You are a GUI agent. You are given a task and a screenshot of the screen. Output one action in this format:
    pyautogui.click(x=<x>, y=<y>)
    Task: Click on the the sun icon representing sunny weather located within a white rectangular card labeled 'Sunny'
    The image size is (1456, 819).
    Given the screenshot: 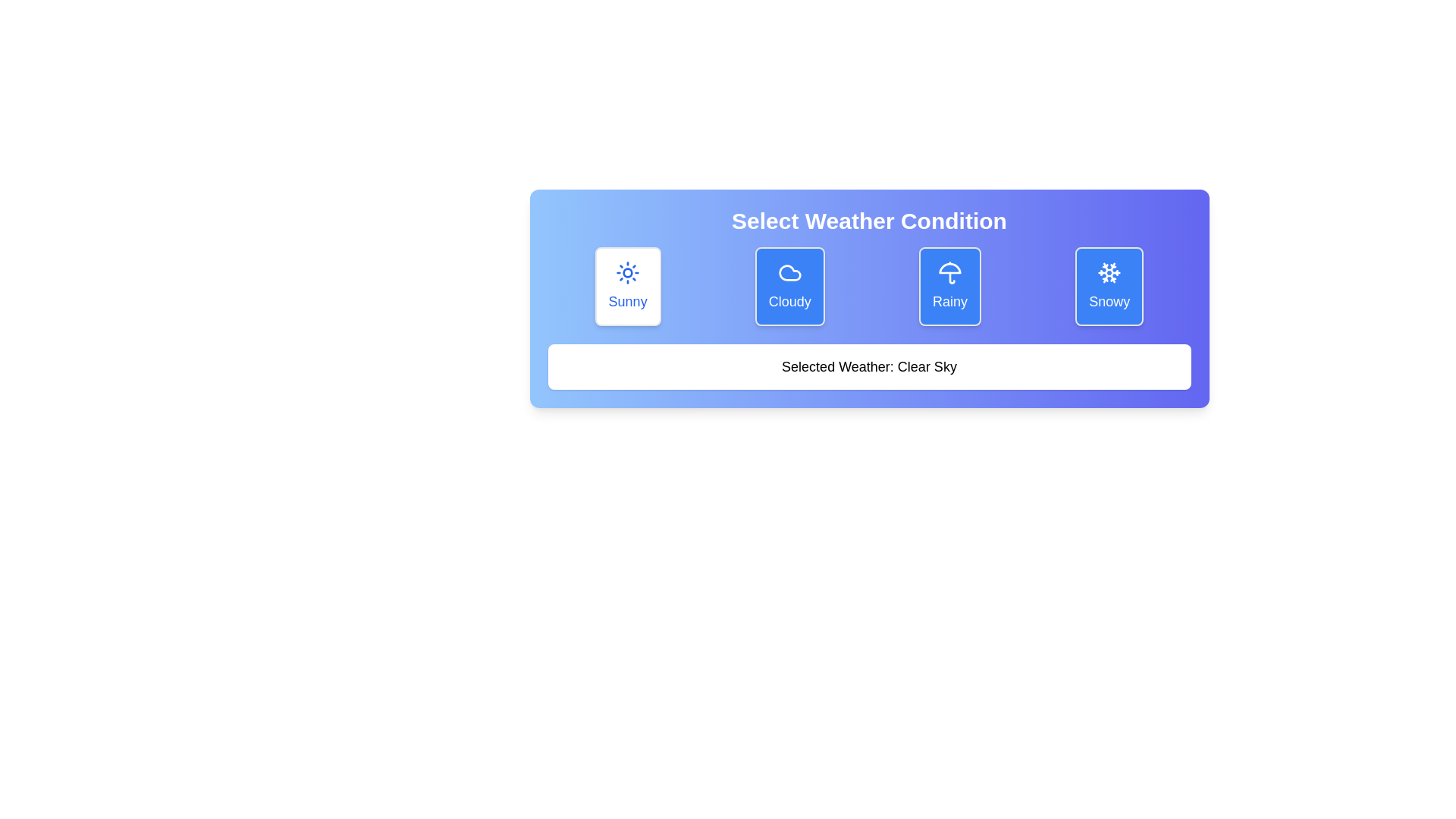 What is the action you would take?
    pyautogui.click(x=628, y=271)
    